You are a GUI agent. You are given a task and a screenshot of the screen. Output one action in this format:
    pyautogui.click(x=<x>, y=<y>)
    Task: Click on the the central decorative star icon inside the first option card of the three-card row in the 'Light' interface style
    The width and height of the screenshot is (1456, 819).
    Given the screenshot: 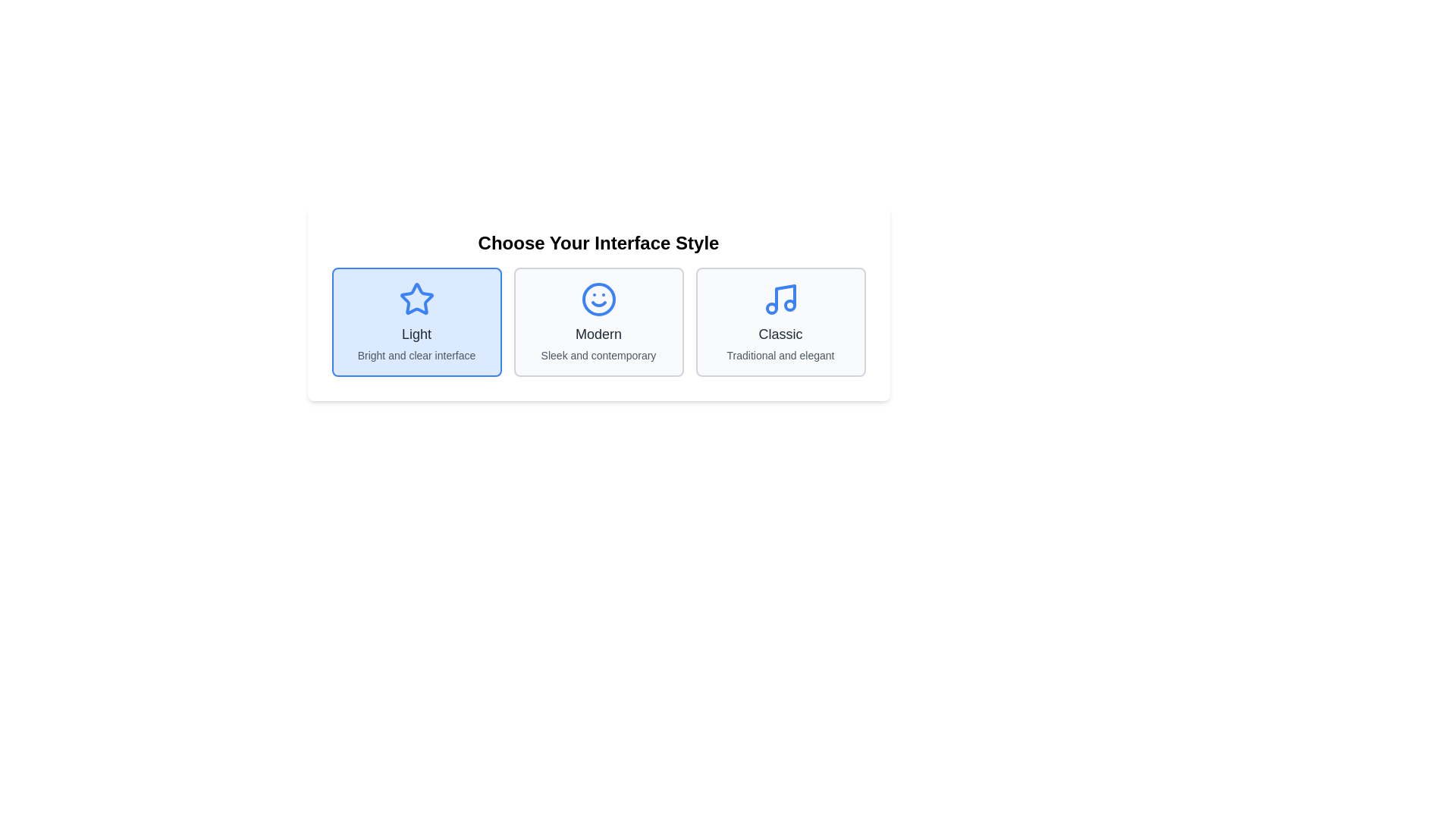 What is the action you would take?
    pyautogui.click(x=416, y=299)
    